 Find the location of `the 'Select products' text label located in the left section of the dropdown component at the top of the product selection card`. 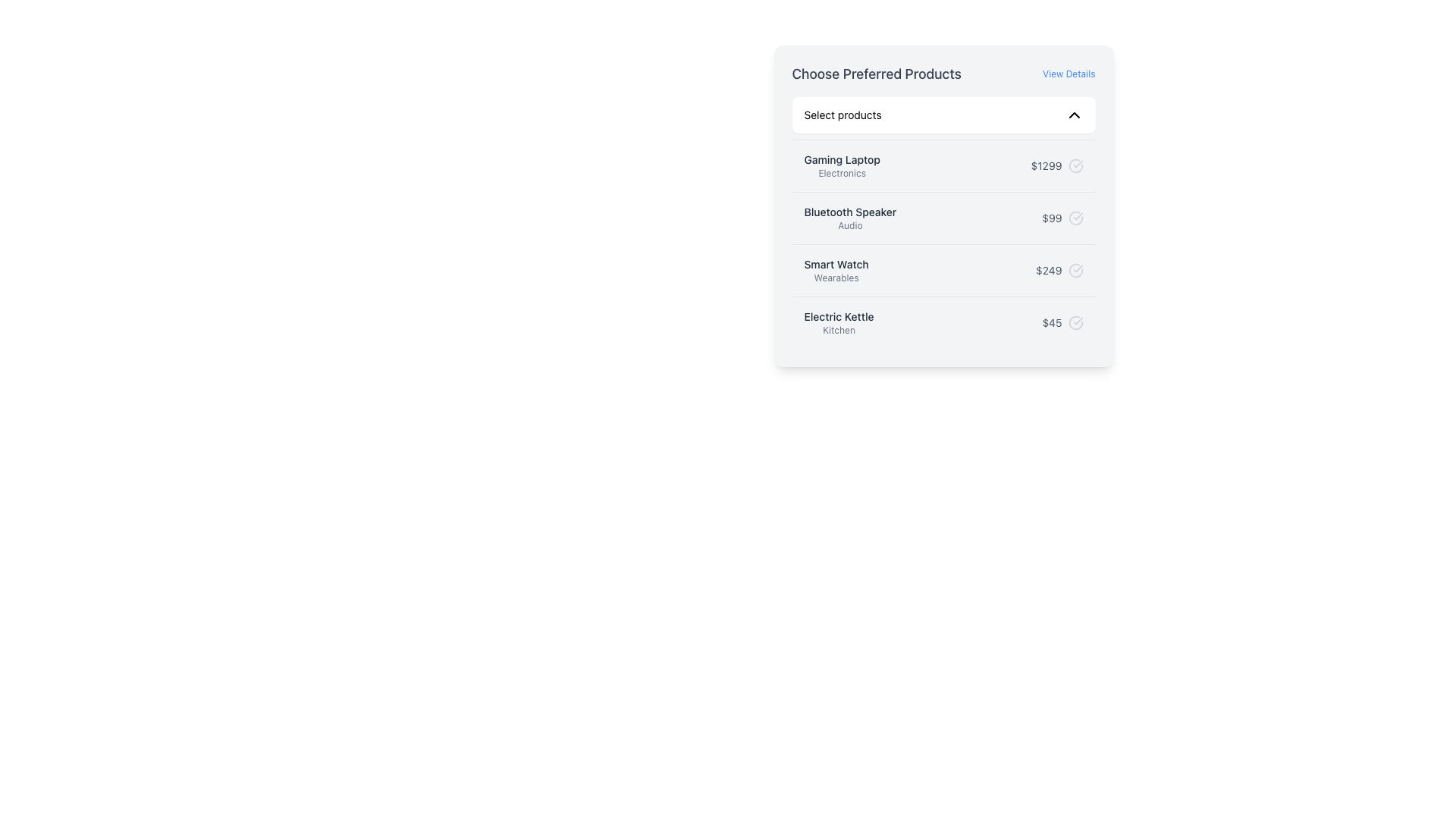

the 'Select products' text label located in the left section of the dropdown component at the top of the product selection card is located at coordinates (842, 114).